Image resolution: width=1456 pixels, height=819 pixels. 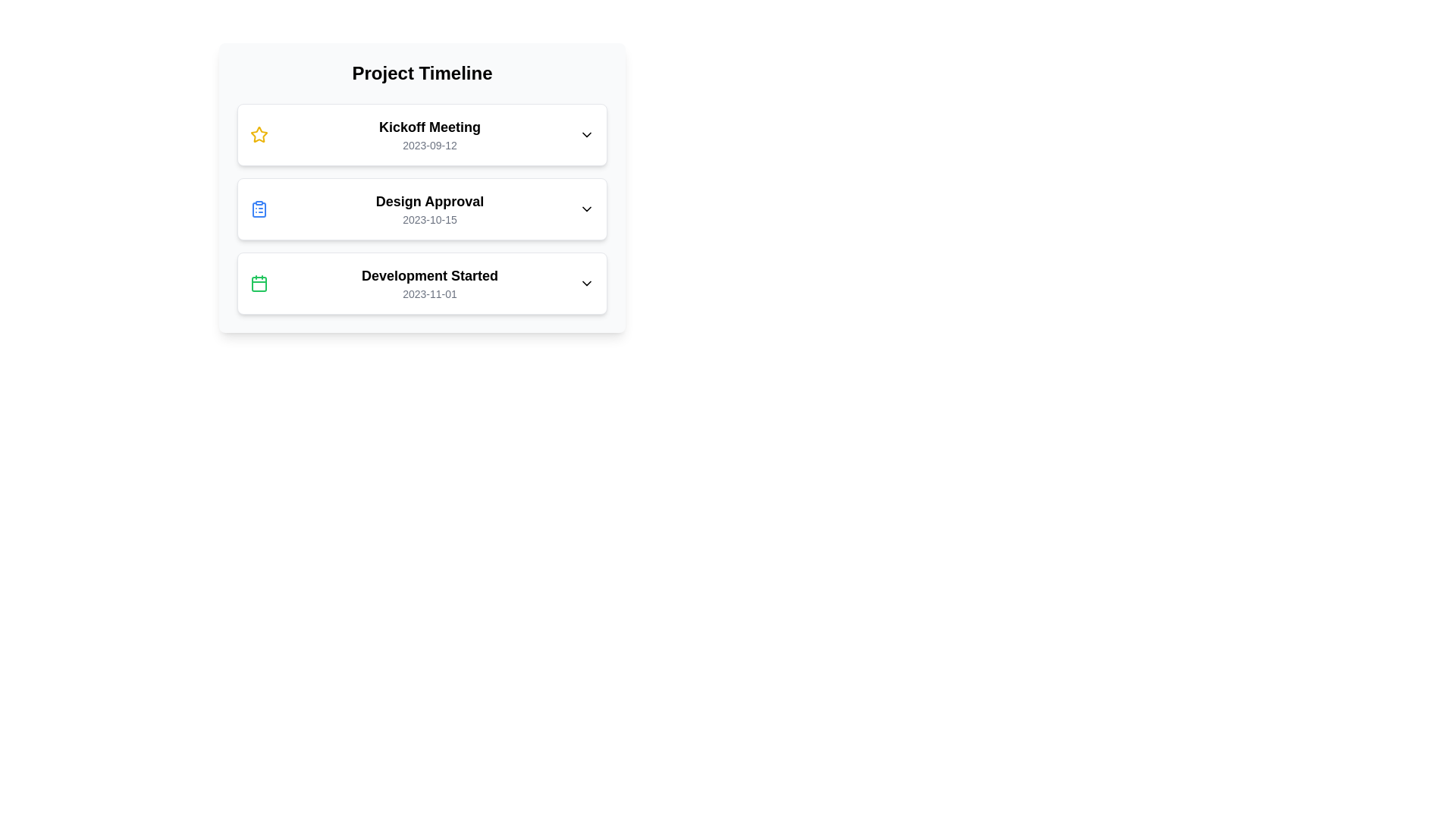 What do you see at coordinates (428, 133) in the screenshot?
I see `to select the 'Kickoff Meeting' timeline card, which indicates the milestone along with its date '2023-09-12'. This card is the first item in the vertical list under the 'Project Timeline' header` at bounding box center [428, 133].